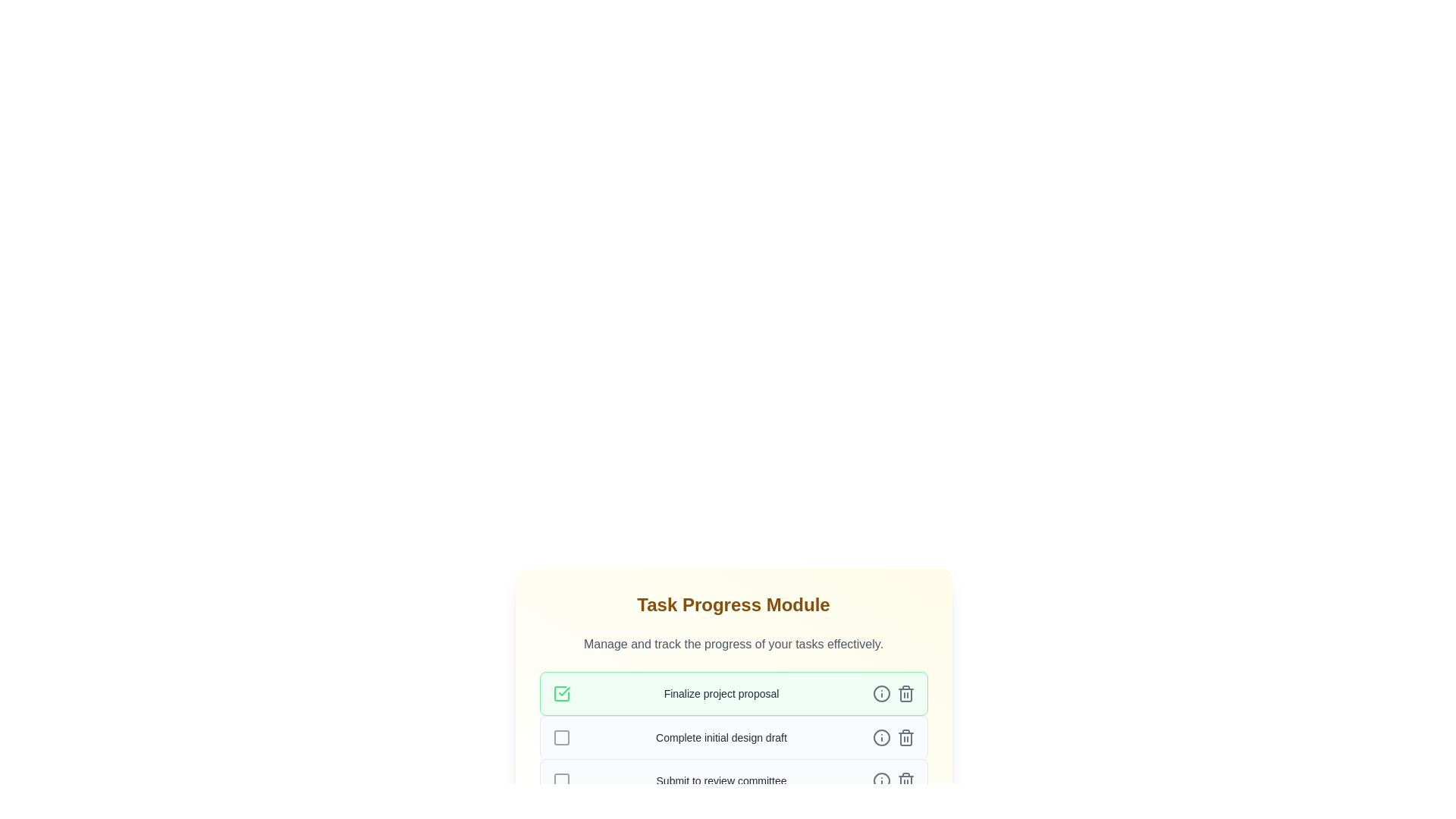 This screenshot has height=819, width=1456. I want to click on the checkbox located to the left of the task label 'Submit to review committee' to select or complete the associated task, so click(560, 780).